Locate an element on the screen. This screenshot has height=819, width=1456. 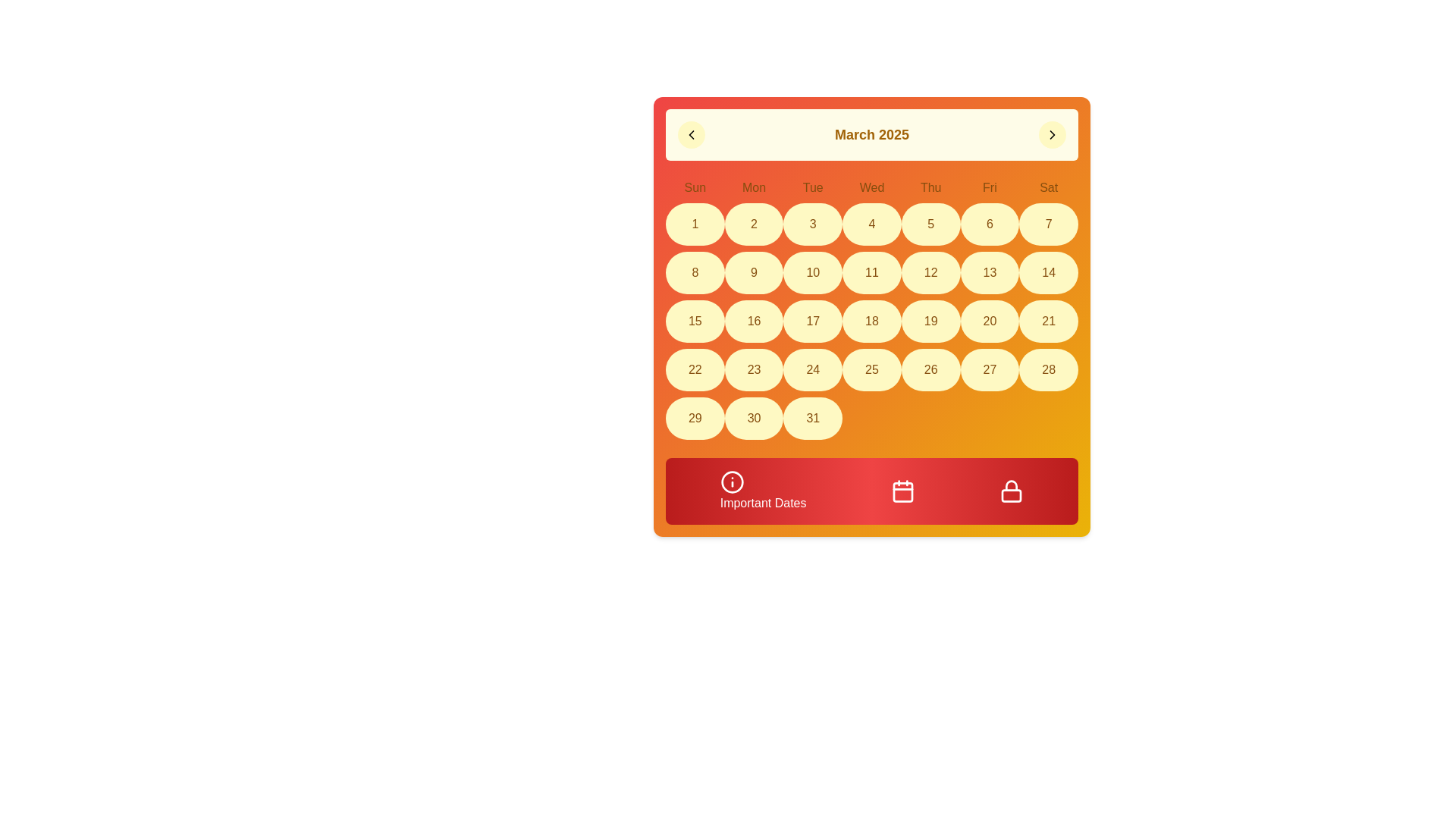
the calendar day cell button for March 17, 2025 is located at coordinates (812, 321).